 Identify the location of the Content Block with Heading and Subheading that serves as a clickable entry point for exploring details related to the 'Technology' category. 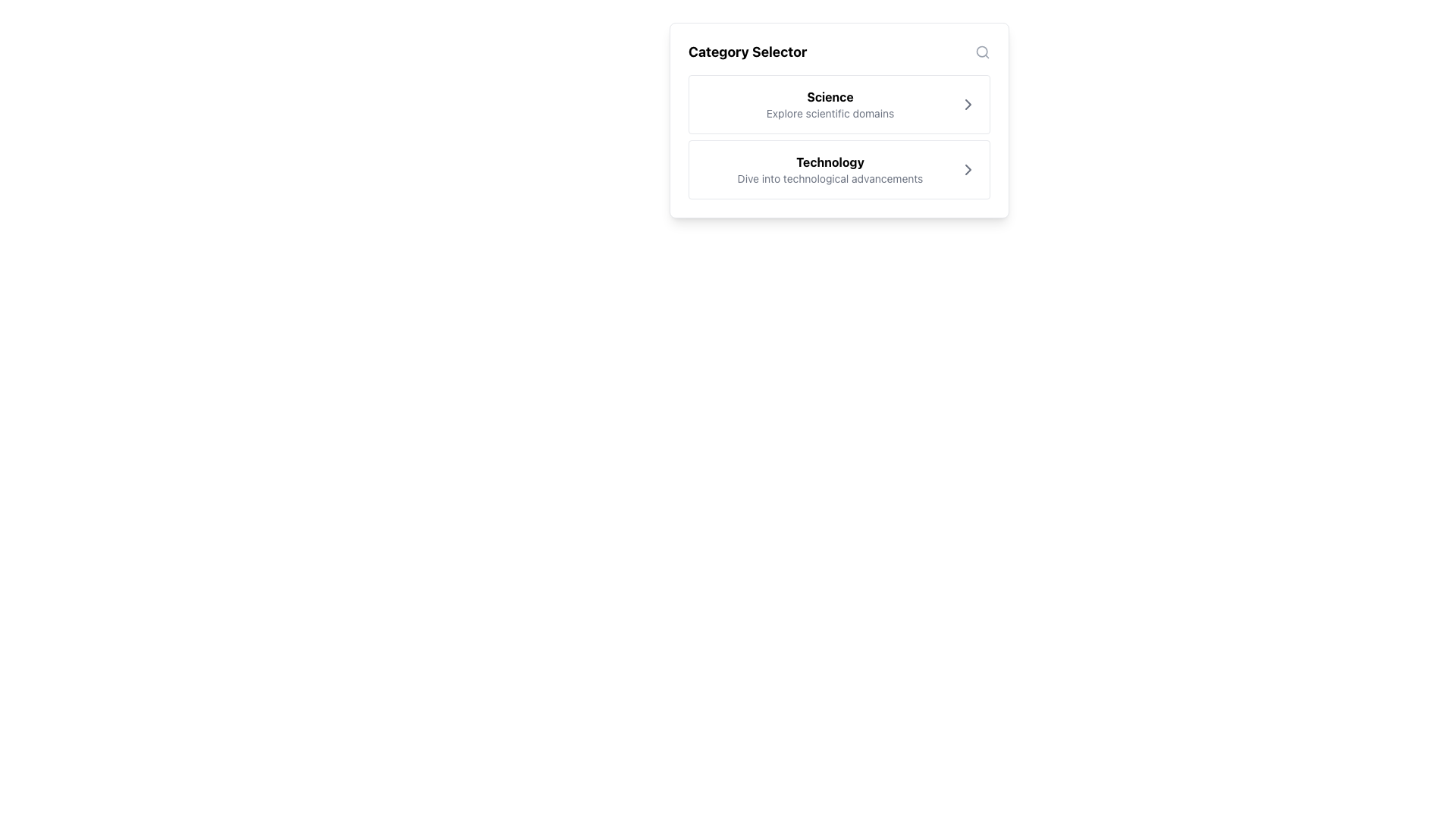
(829, 169).